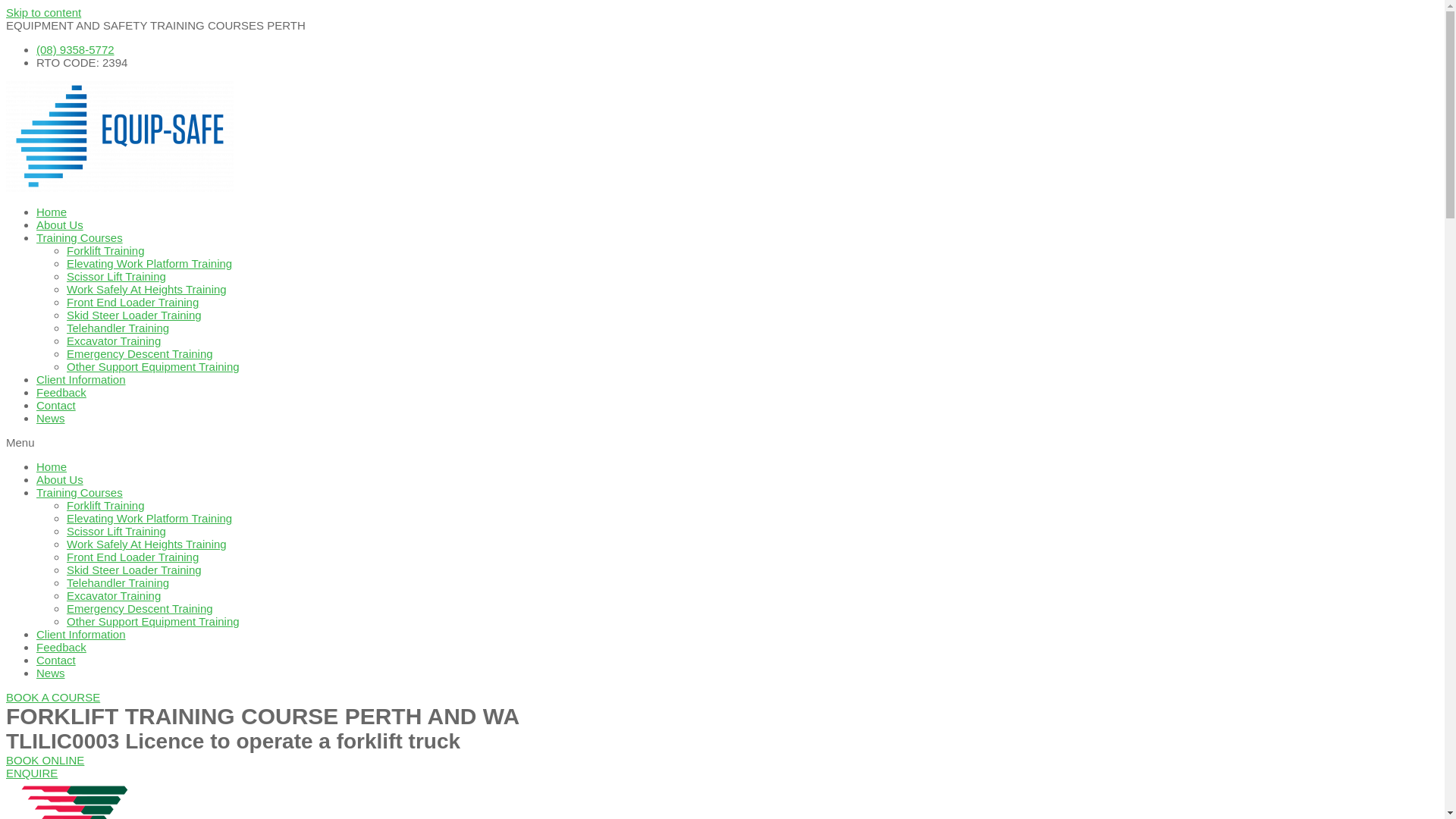 The width and height of the screenshot is (1456, 819). I want to click on 'Excavator Training', so click(112, 340).